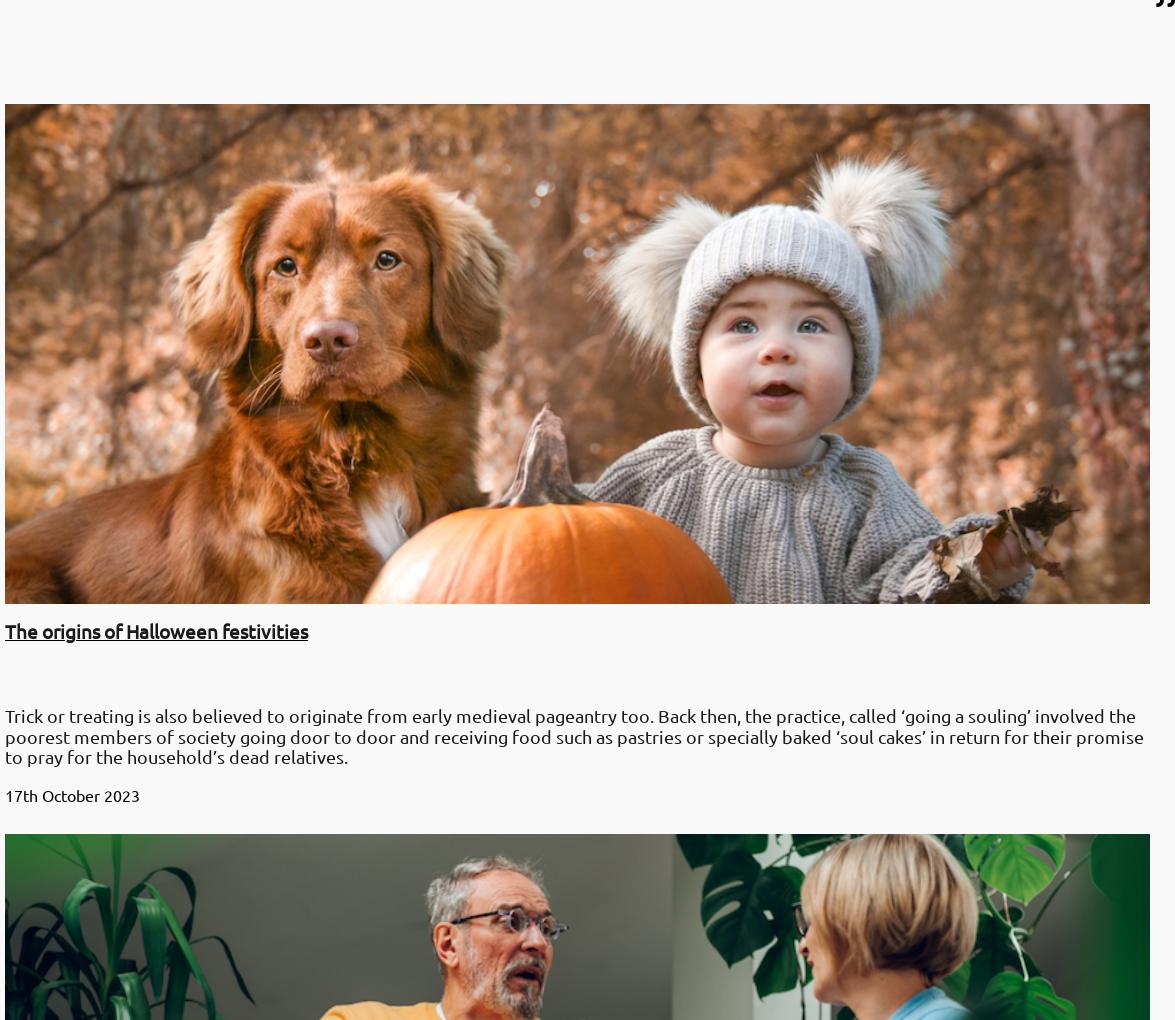 The height and width of the screenshot is (1020, 1175). Describe the element at coordinates (130, 743) in the screenshot. I see `'Office:  + 44 (0)333 344 2341'` at that location.